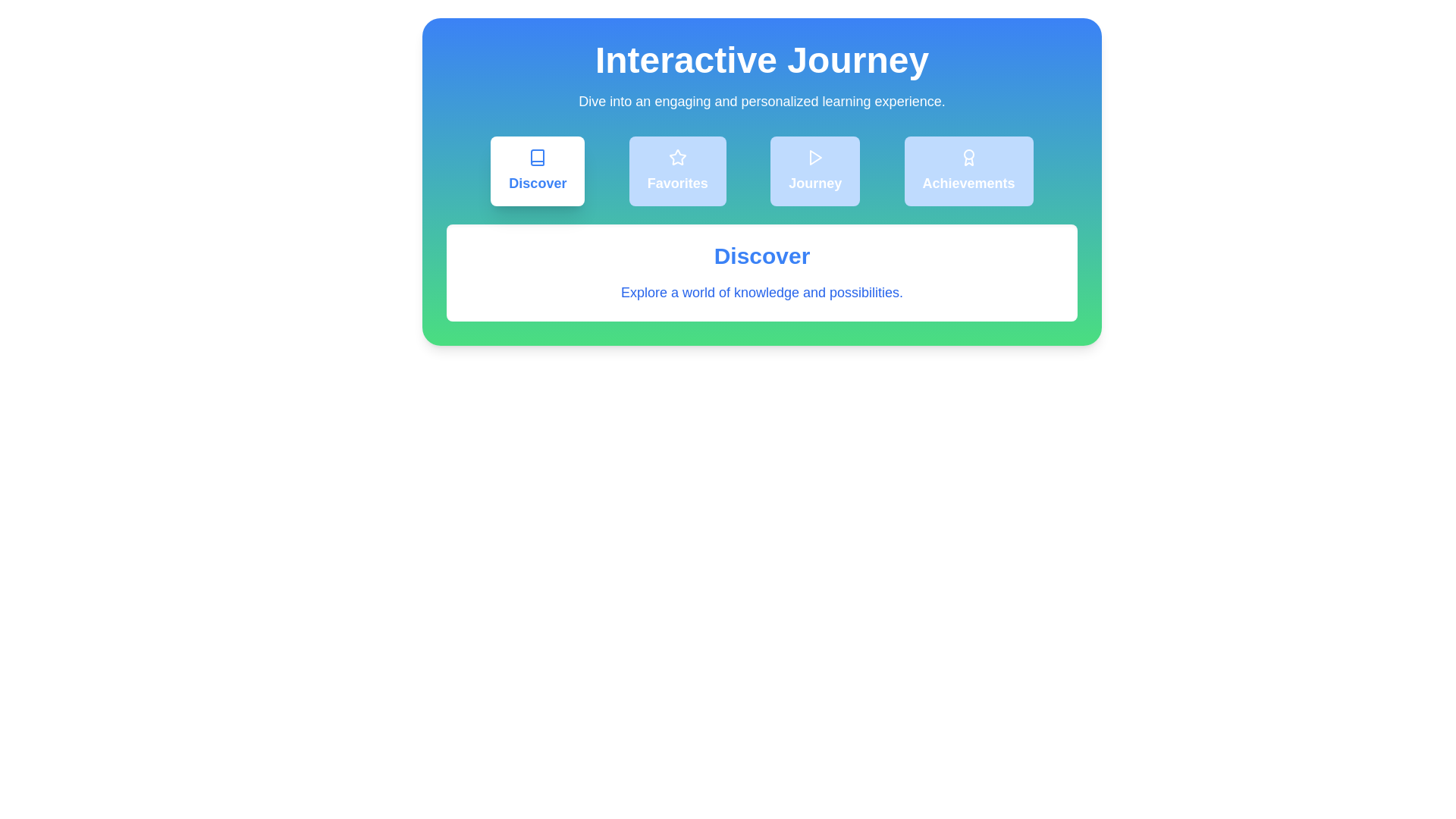  Describe the element at coordinates (967, 171) in the screenshot. I see `the Achievements tab to view its content` at that location.